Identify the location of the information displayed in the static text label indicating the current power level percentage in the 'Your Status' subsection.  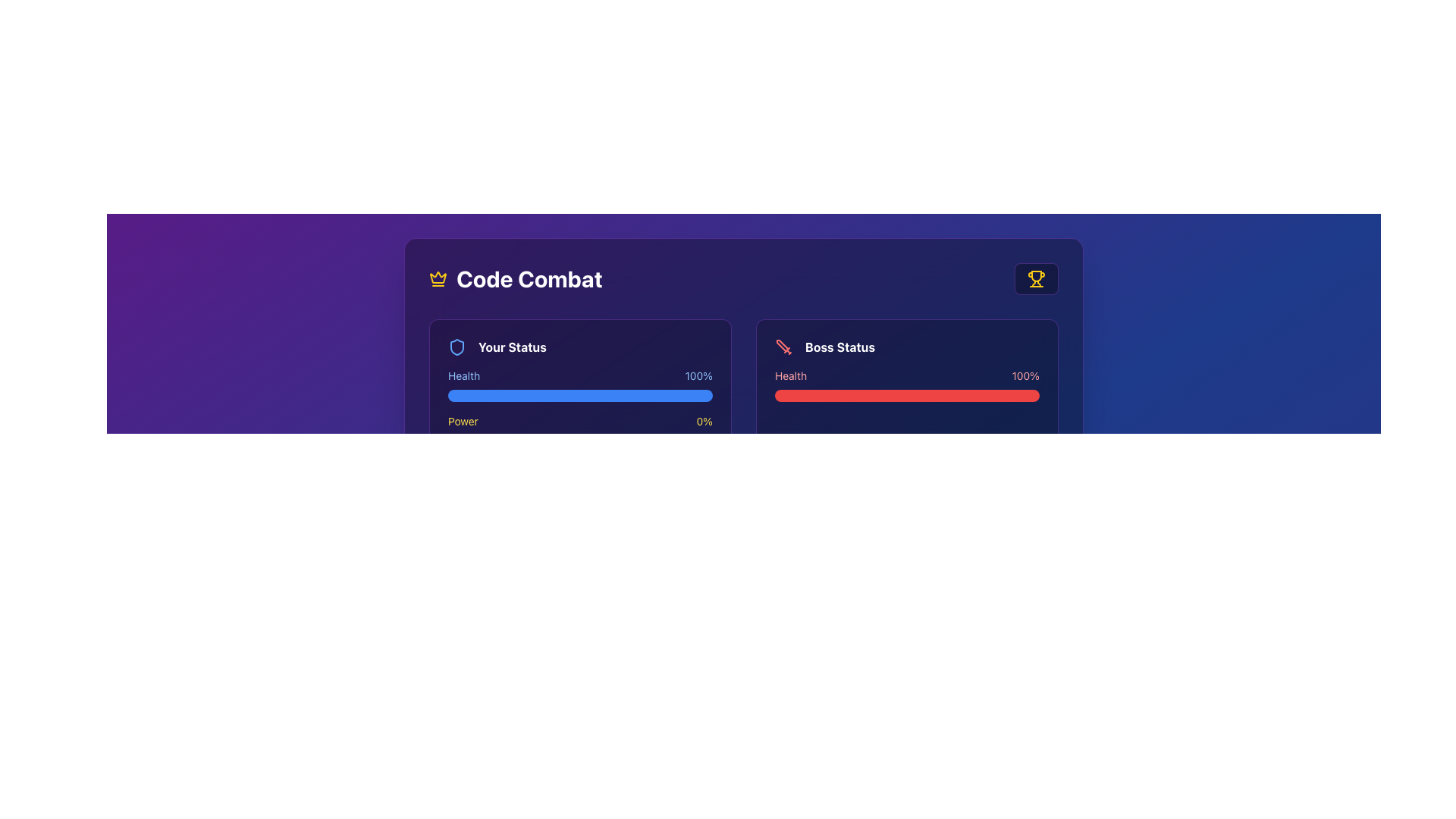
(704, 421).